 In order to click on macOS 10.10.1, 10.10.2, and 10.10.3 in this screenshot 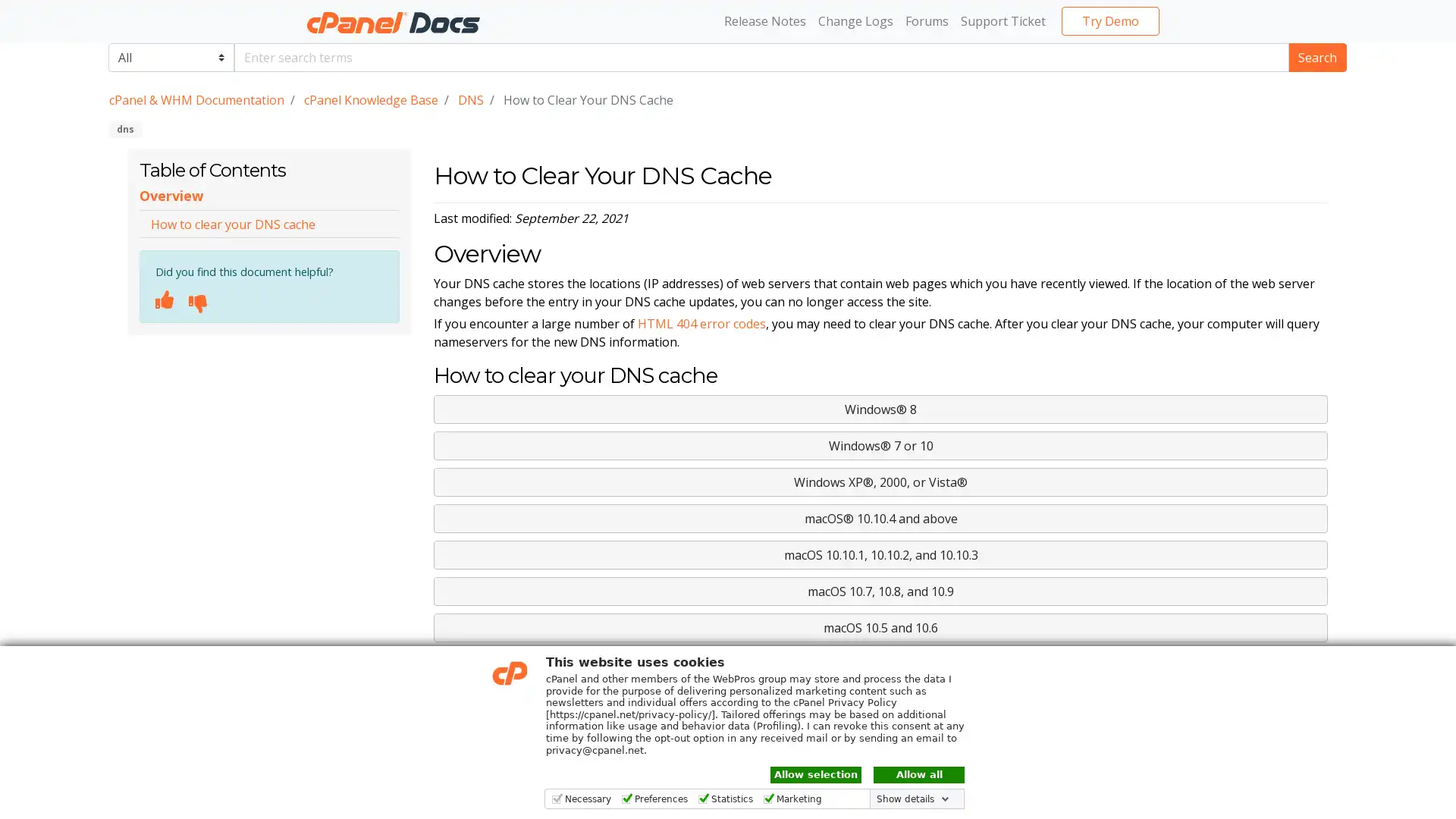, I will do `click(880, 555)`.